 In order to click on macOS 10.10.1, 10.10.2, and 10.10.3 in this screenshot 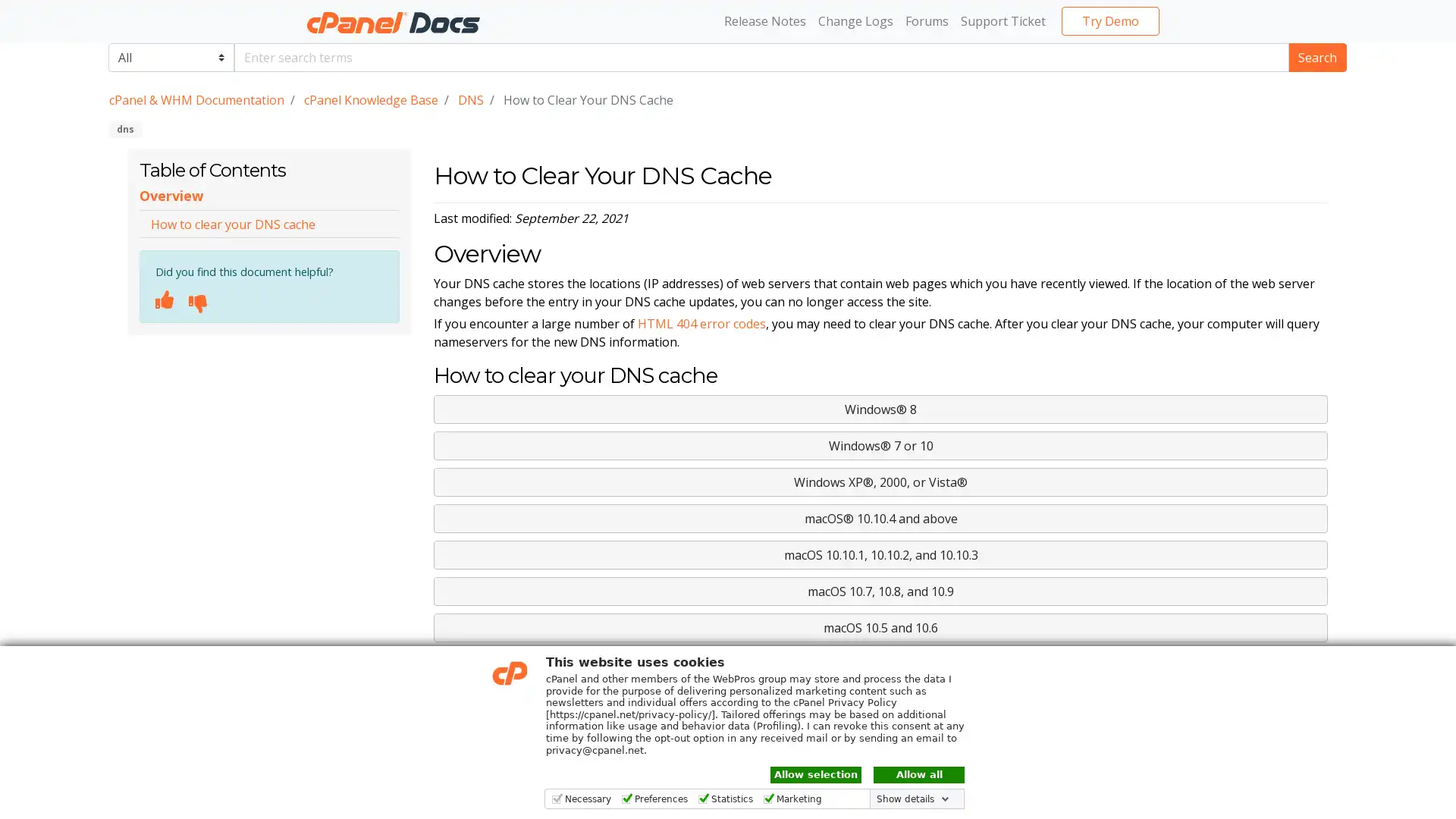, I will do `click(880, 555)`.